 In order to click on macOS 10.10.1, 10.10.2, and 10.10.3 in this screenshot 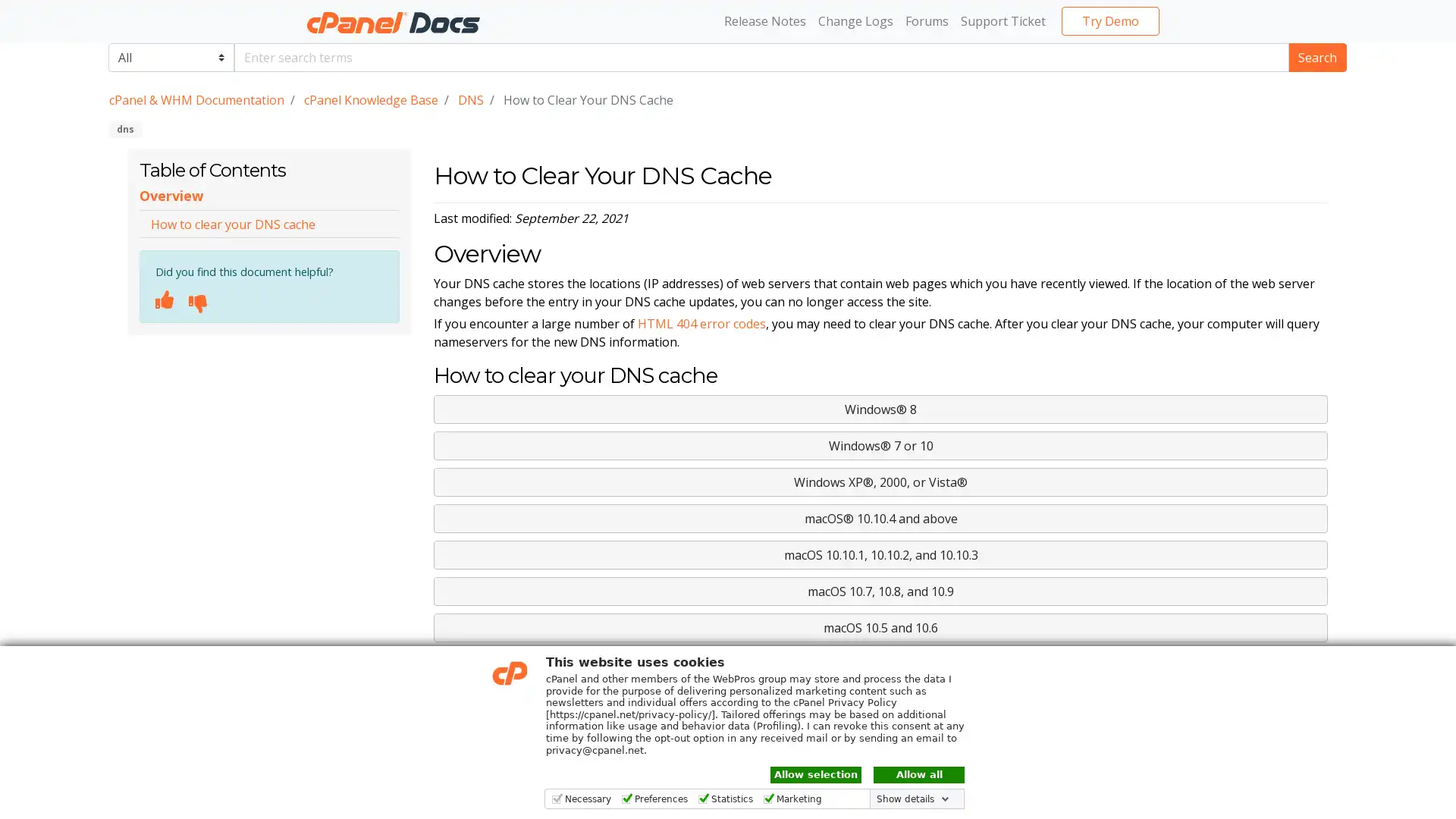, I will do `click(880, 555)`.